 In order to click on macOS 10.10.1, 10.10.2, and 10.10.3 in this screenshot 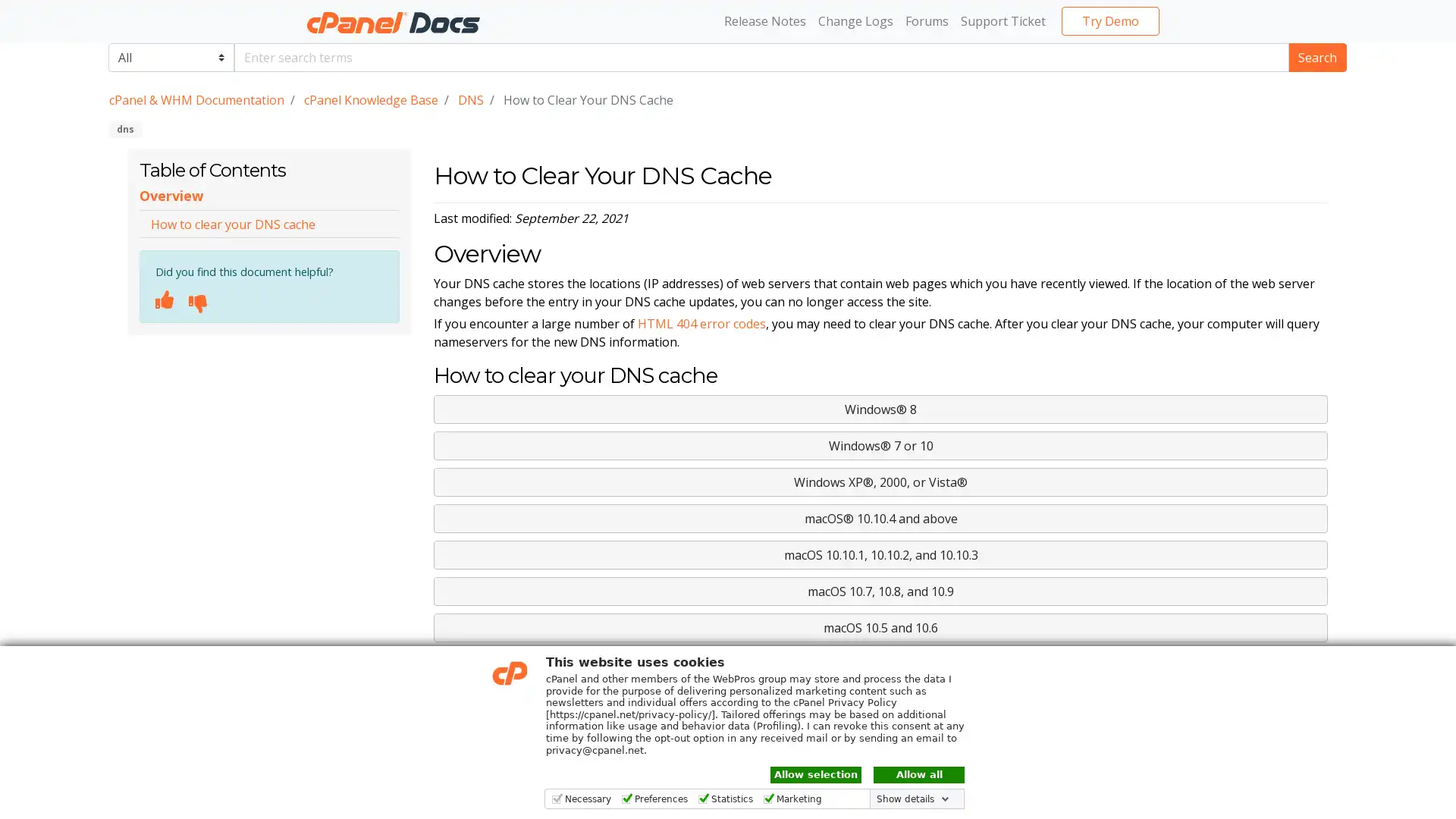, I will do `click(880, 555)`.